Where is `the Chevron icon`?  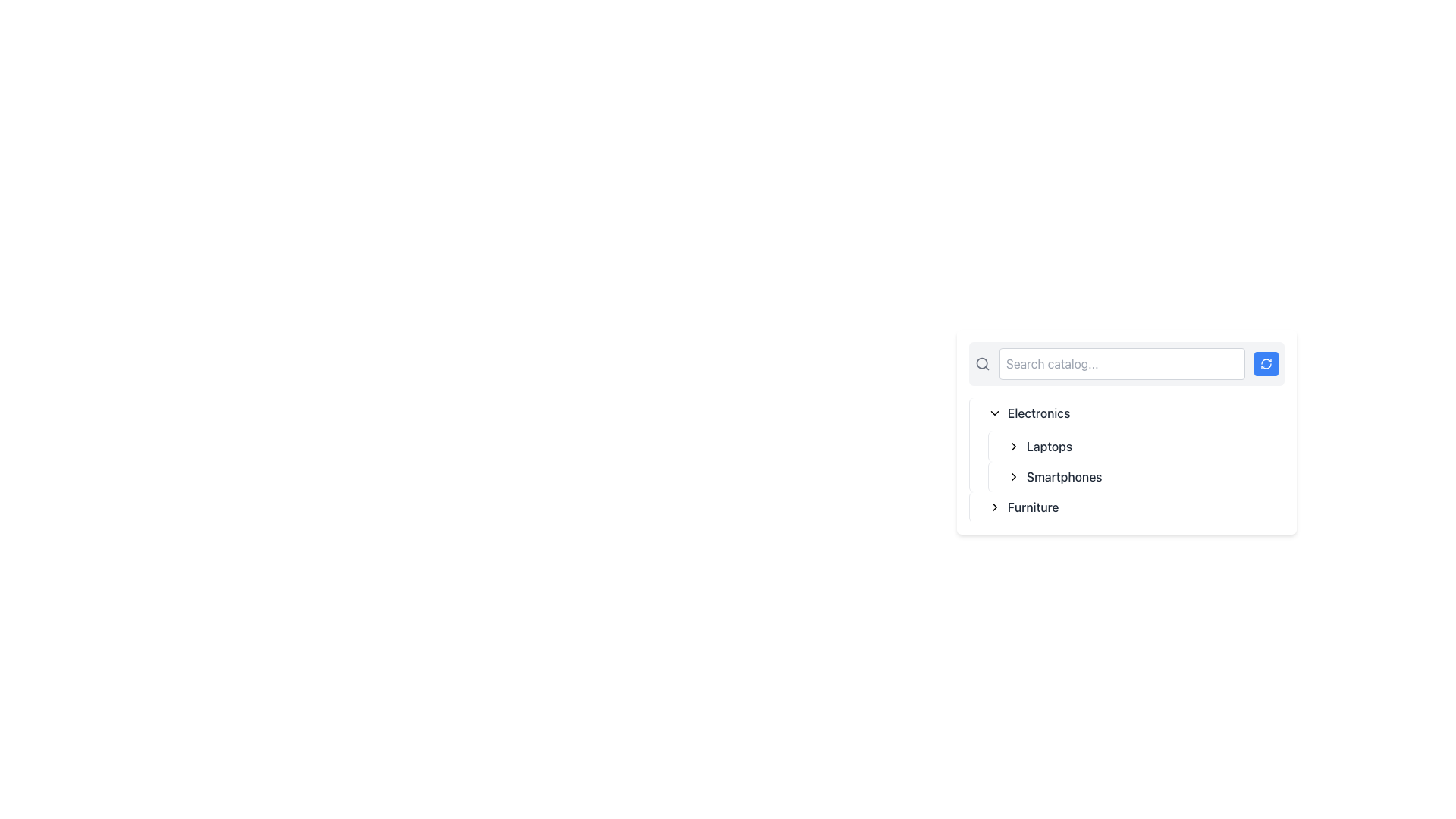 the Chevron icon is located at coordinates (1014, 475).